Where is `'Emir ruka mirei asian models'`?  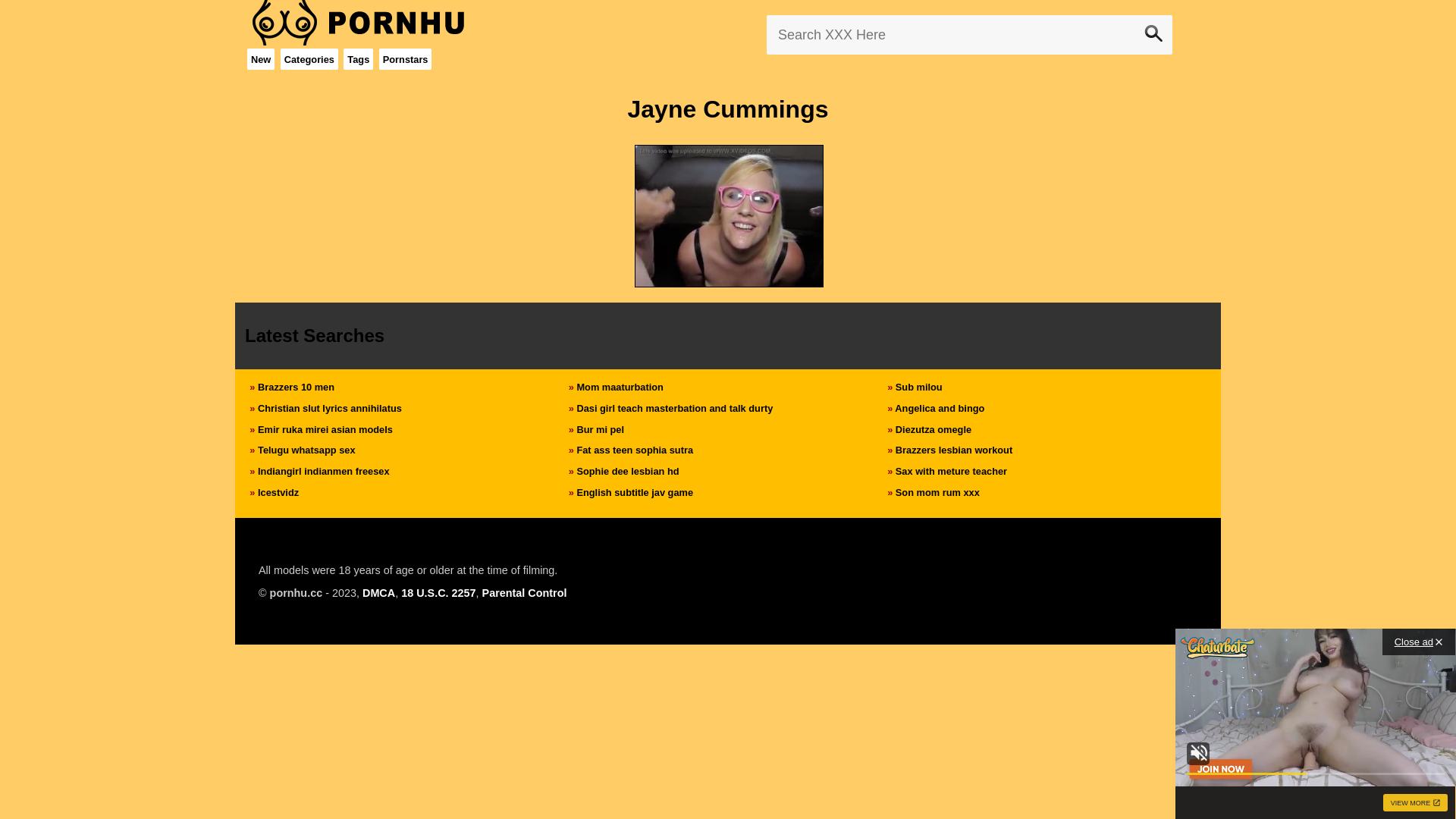 'Emir ruka mirei asian models' is located at coordinates (324, 429).